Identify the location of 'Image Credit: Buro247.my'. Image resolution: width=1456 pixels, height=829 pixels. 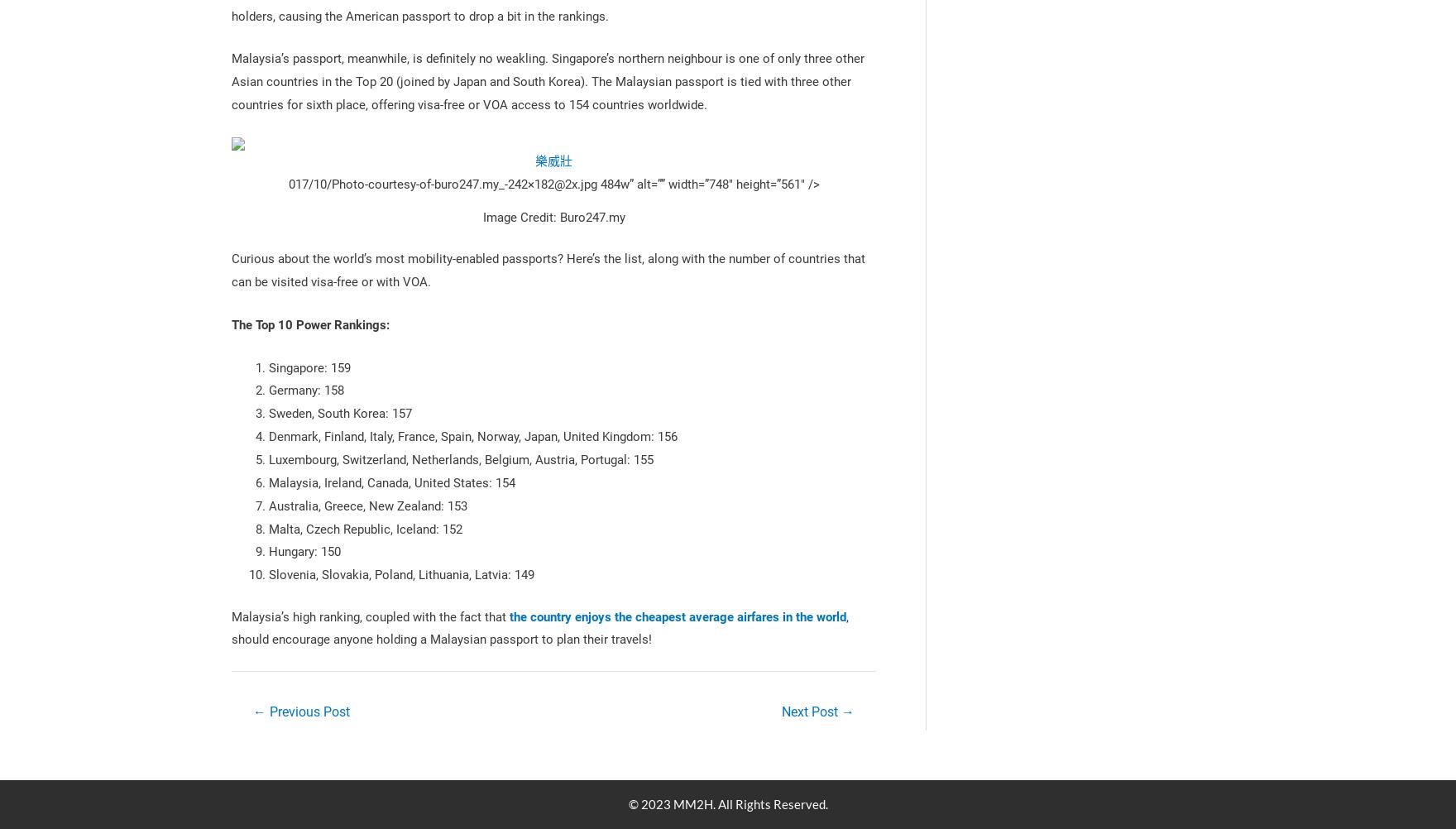
(552, 216).